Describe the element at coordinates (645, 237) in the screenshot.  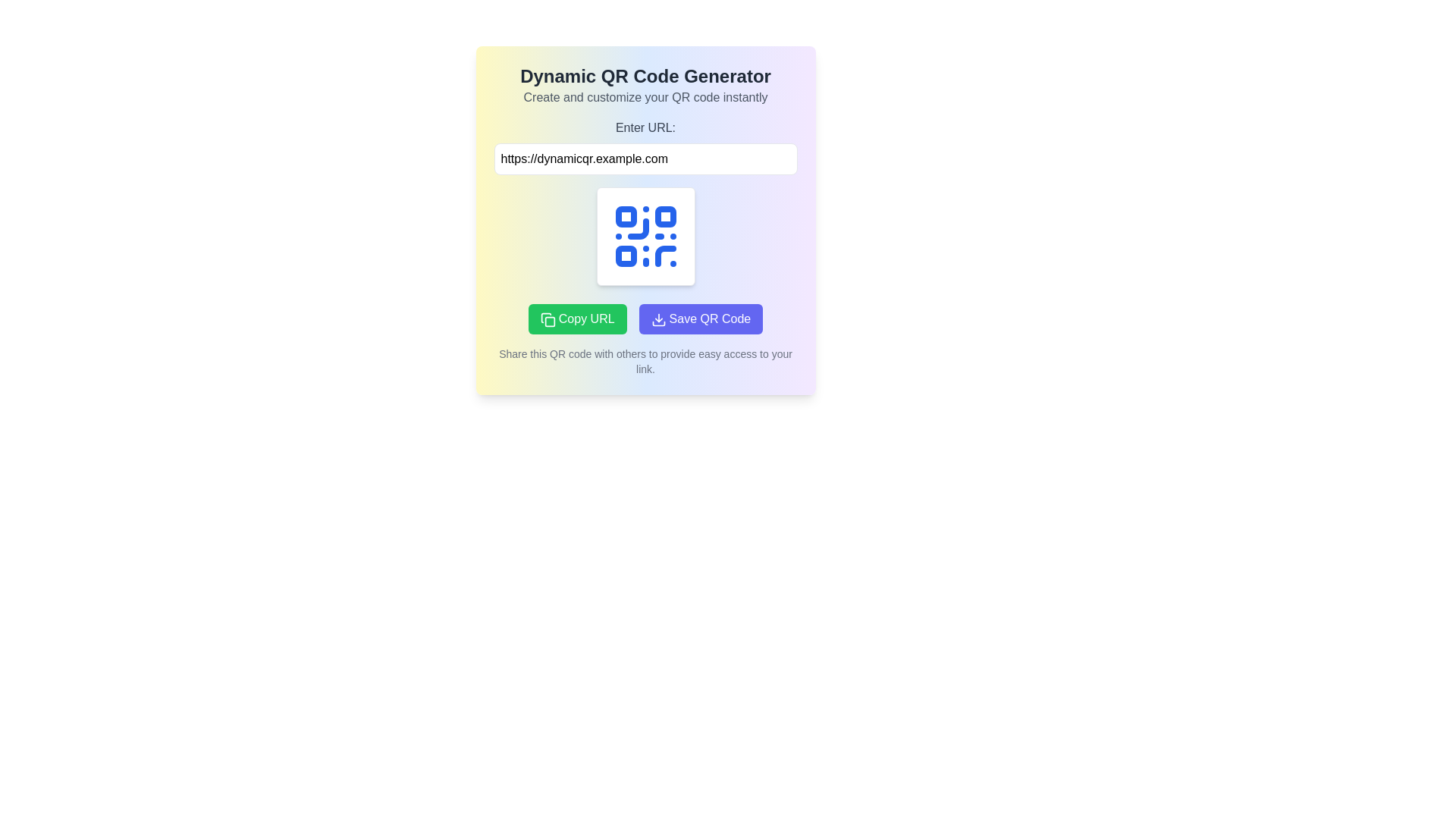
I see `the central QR code element, which is styled with a blue color scheme and rounded corners, located beneath the input field for the URL and above the 'Copy URL' and 'Save QR Code' buttons` at that location.